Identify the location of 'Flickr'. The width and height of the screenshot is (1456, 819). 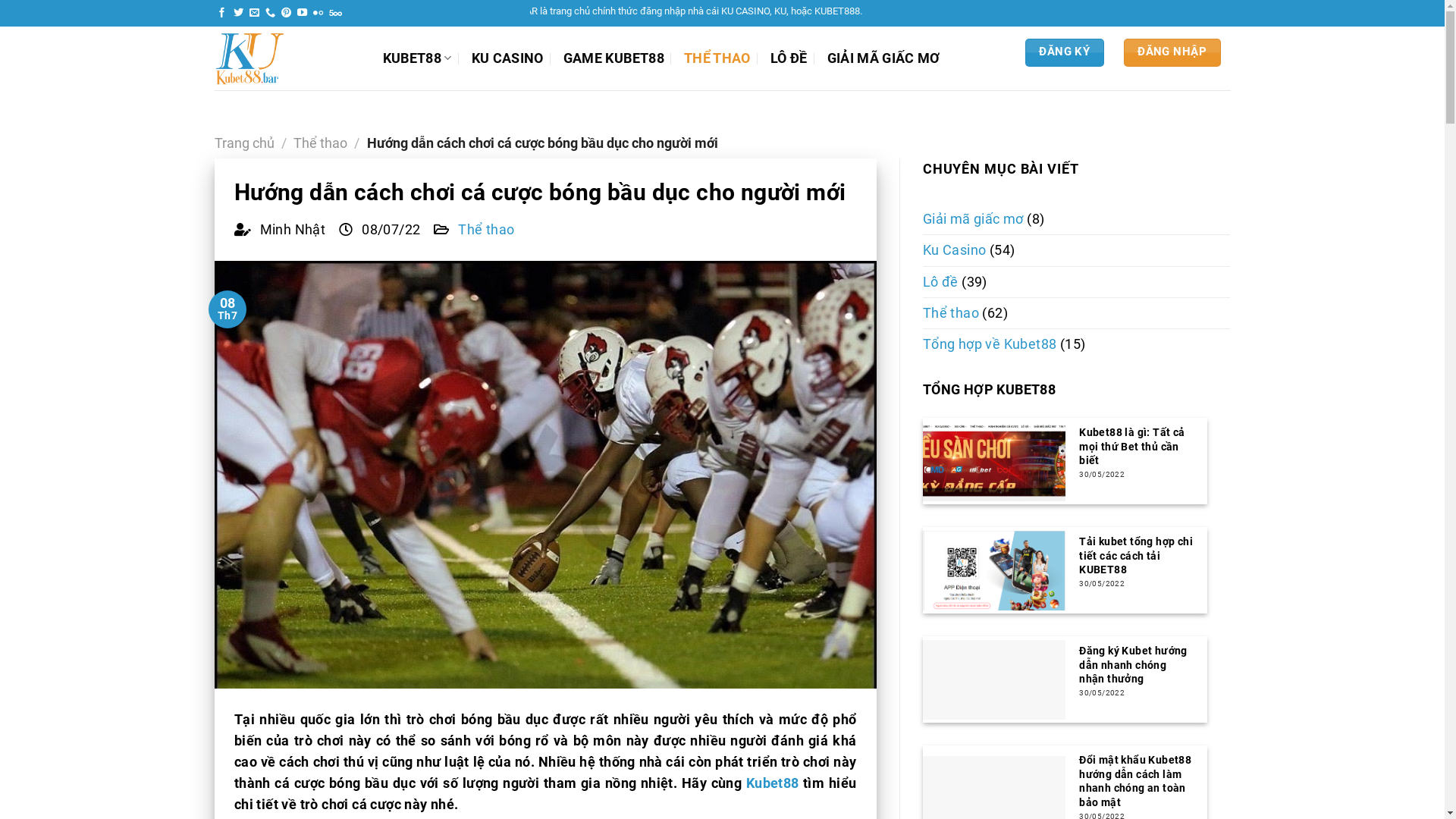
(312, 13).